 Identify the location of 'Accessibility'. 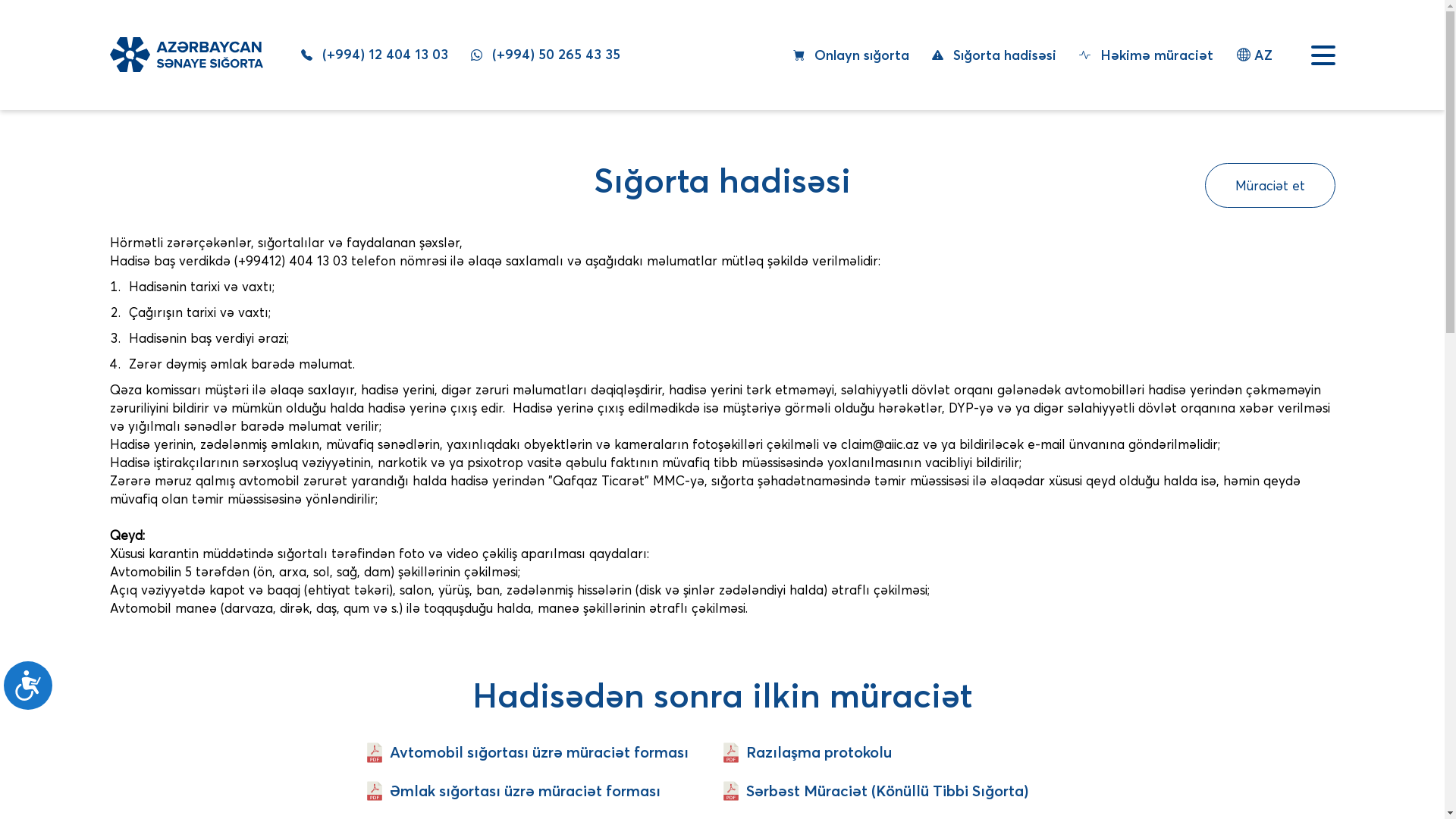
(3, 691).